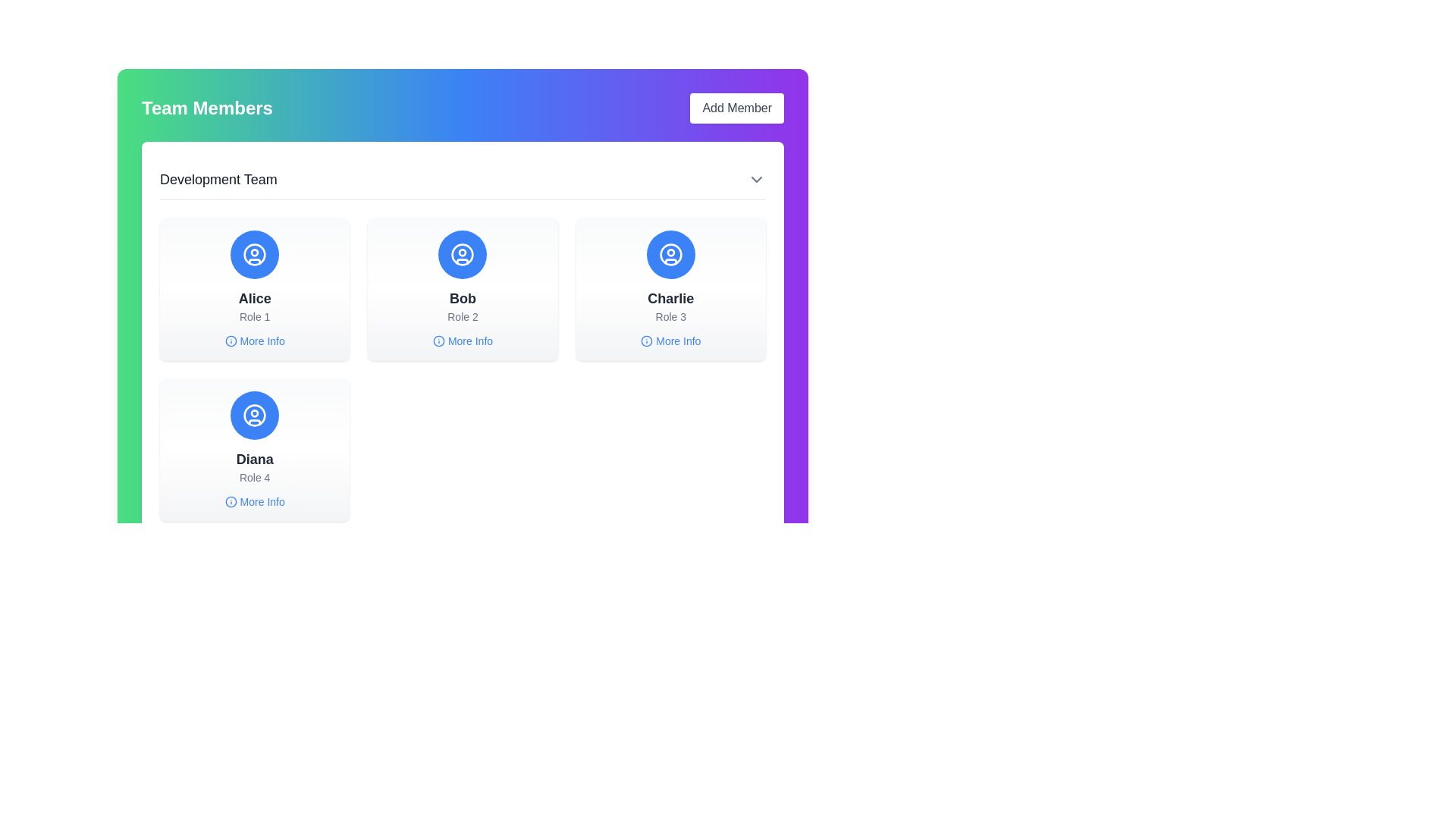 This screenshot has width=1456, height=819. I want to click on the circular icon representing 'Bob' with a white outline of a person on a blue background in the avatar area of the 'Bob' card, located in the second column of the top row under 'Development Team', so click(462, 253).